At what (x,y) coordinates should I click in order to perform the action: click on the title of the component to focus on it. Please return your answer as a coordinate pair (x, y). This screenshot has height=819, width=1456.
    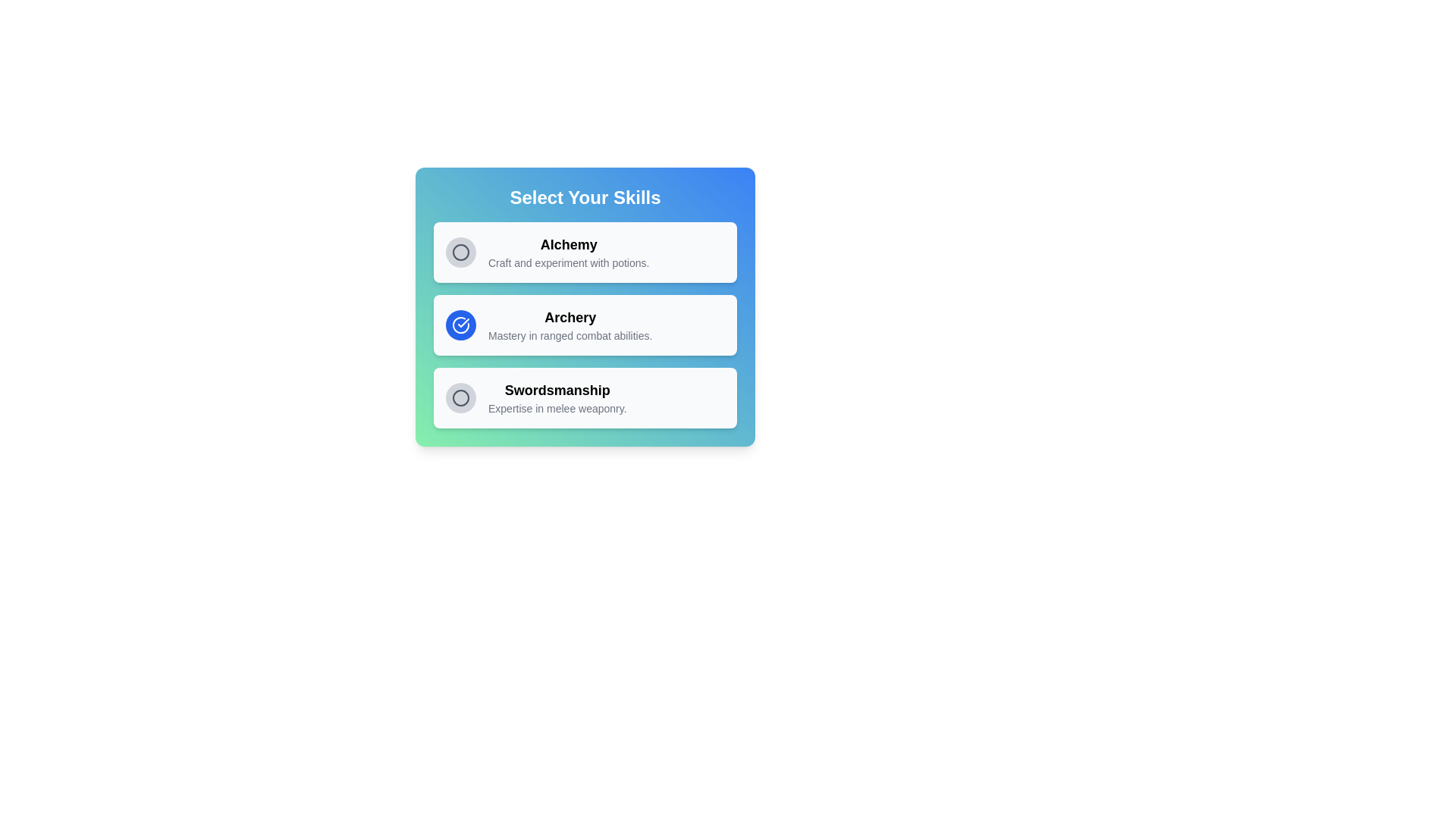
    Looking at the image, I should click on (585, 197).